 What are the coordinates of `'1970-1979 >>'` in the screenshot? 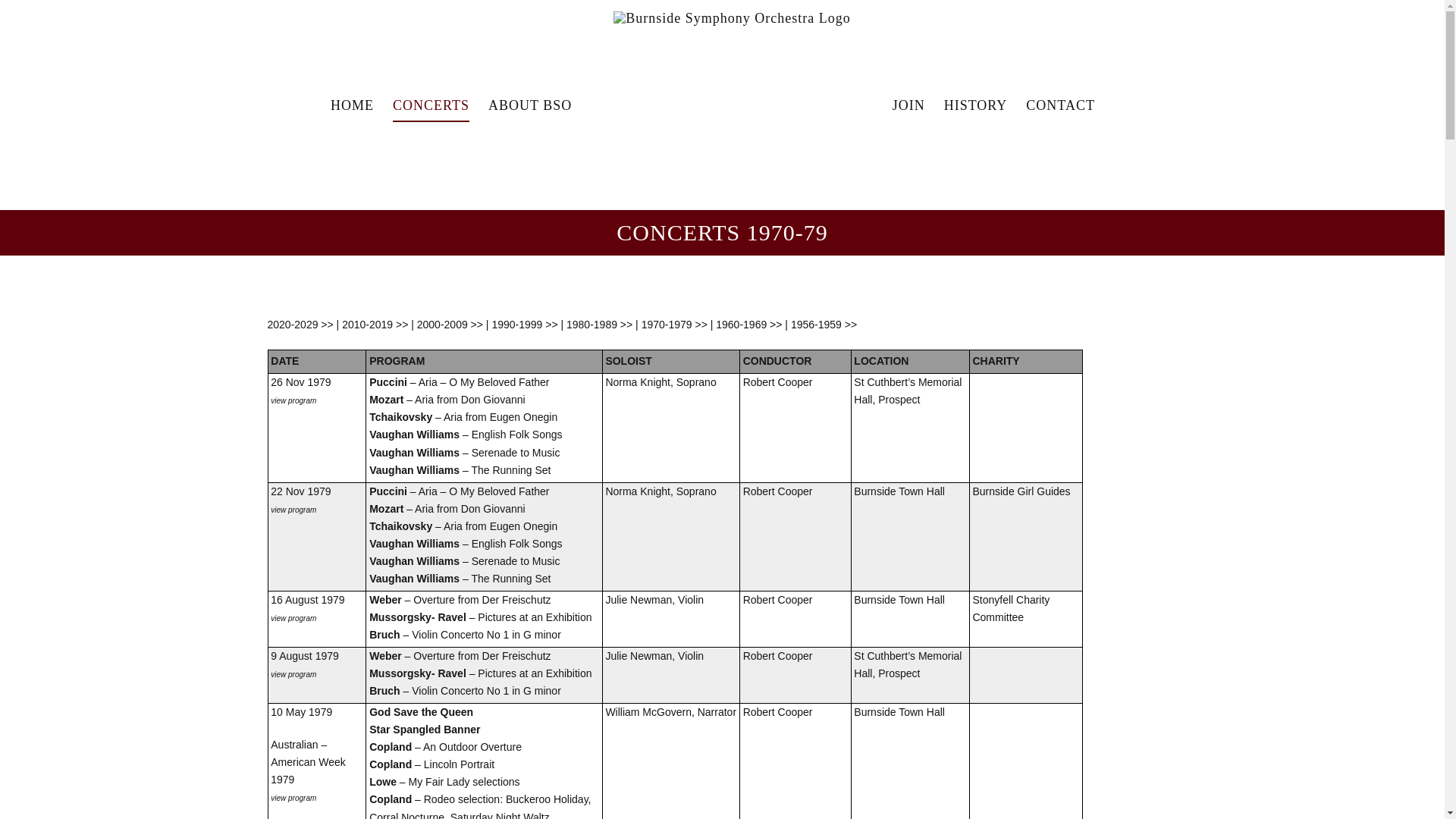 It's located at (673, 324).